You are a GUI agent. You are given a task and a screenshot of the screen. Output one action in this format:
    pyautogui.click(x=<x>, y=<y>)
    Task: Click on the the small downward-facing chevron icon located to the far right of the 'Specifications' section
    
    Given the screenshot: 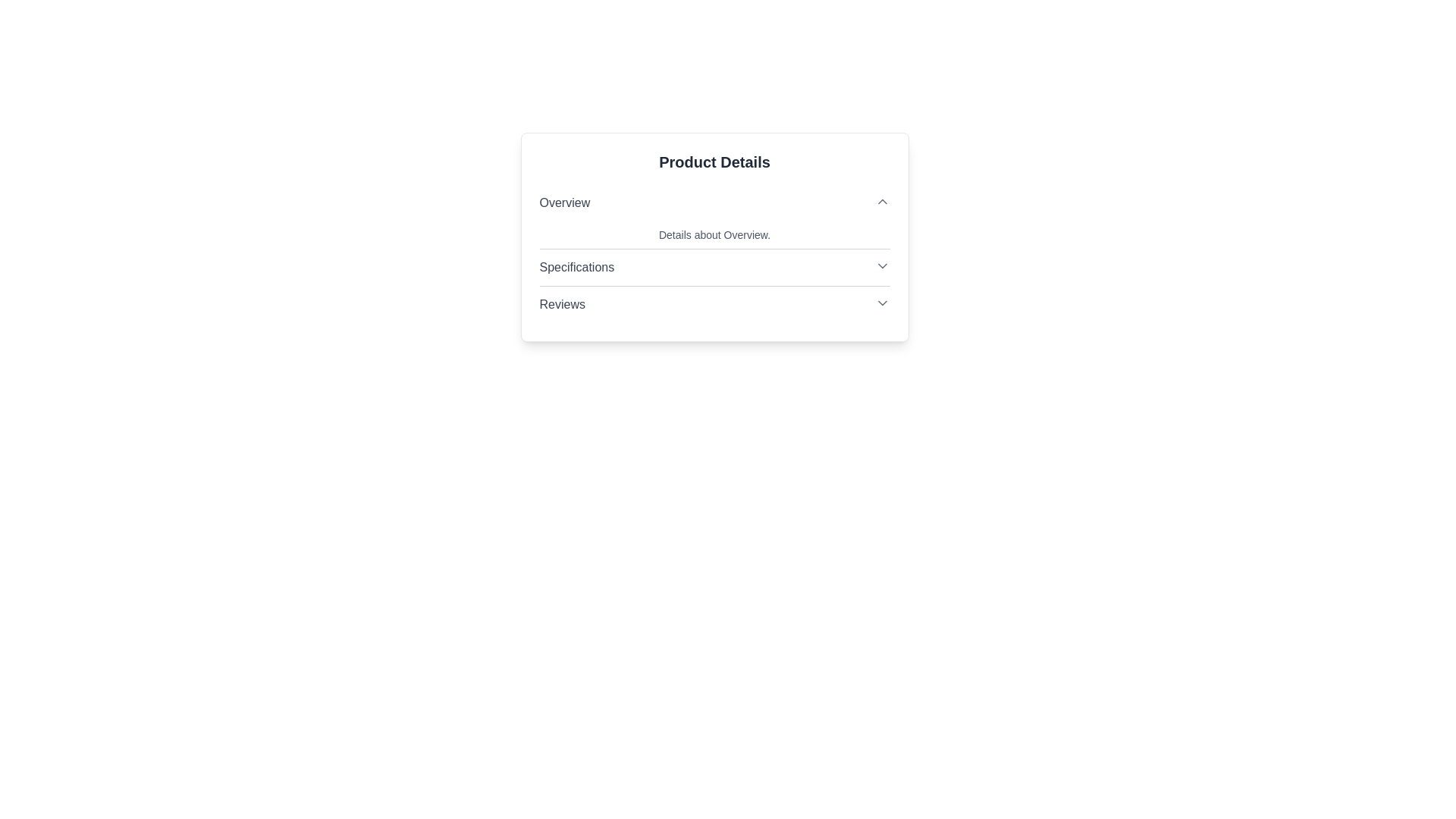 What is the action you would take?
    pyautogui.click(x=882, y=265)
    